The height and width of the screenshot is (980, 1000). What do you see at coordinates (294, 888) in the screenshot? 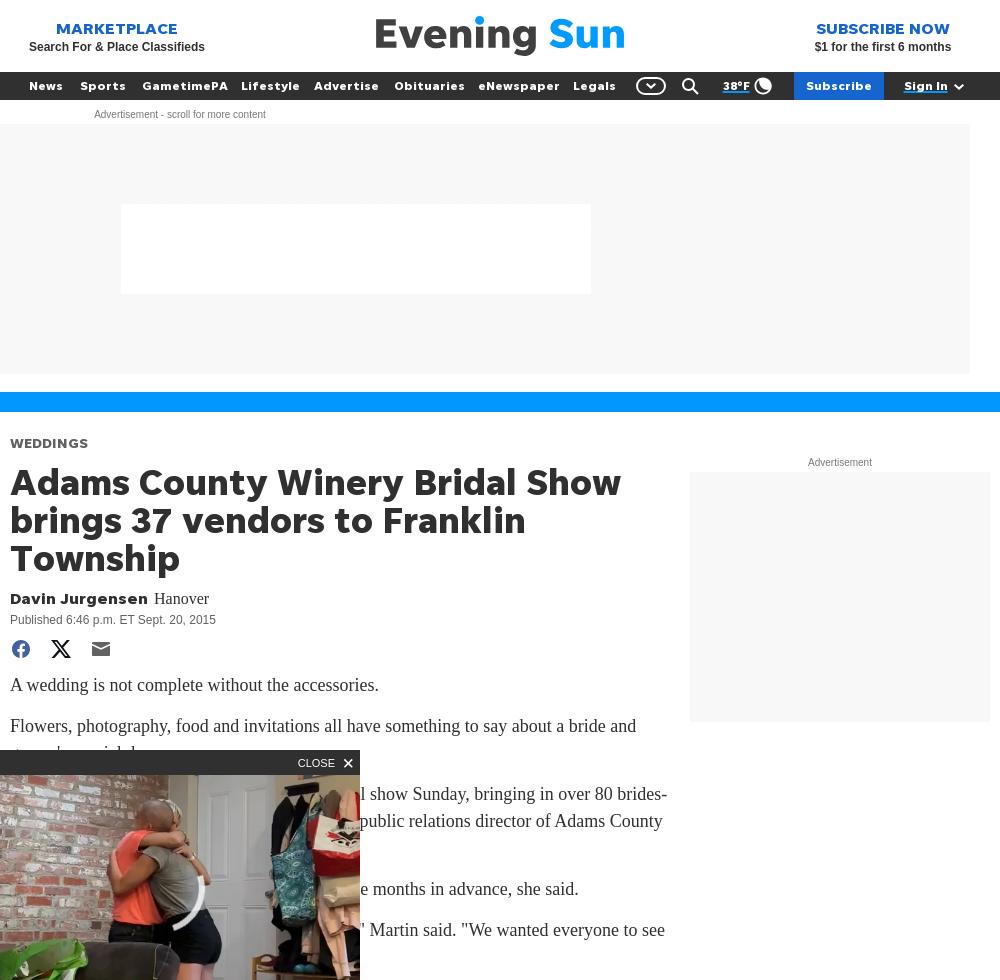
I see `'Martin created the event and started planning five months in advance, she said.'` at bounding box center [294, 888].